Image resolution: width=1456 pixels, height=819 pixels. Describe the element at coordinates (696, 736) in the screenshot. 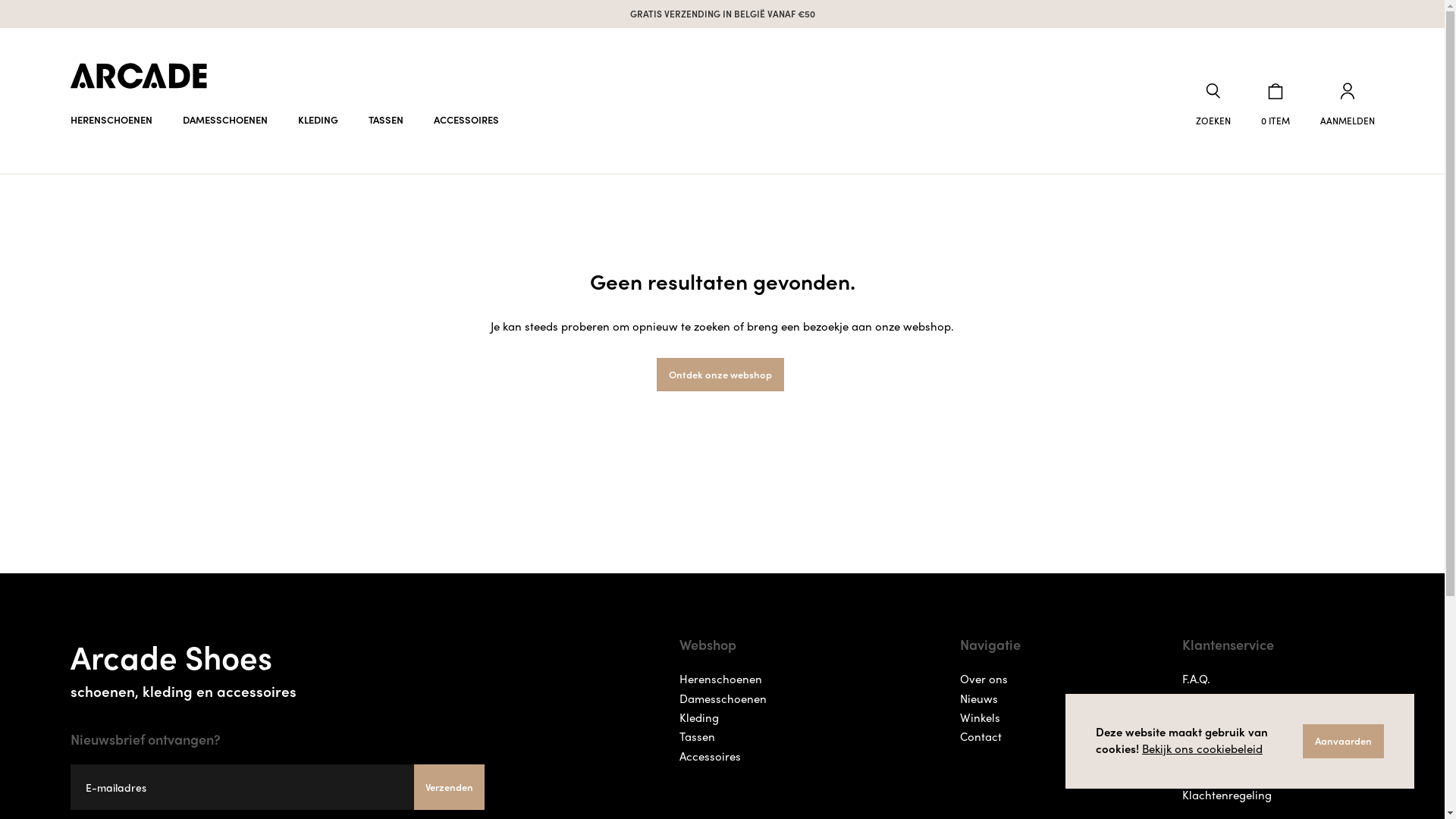

I see `'Tassen'` at that location.